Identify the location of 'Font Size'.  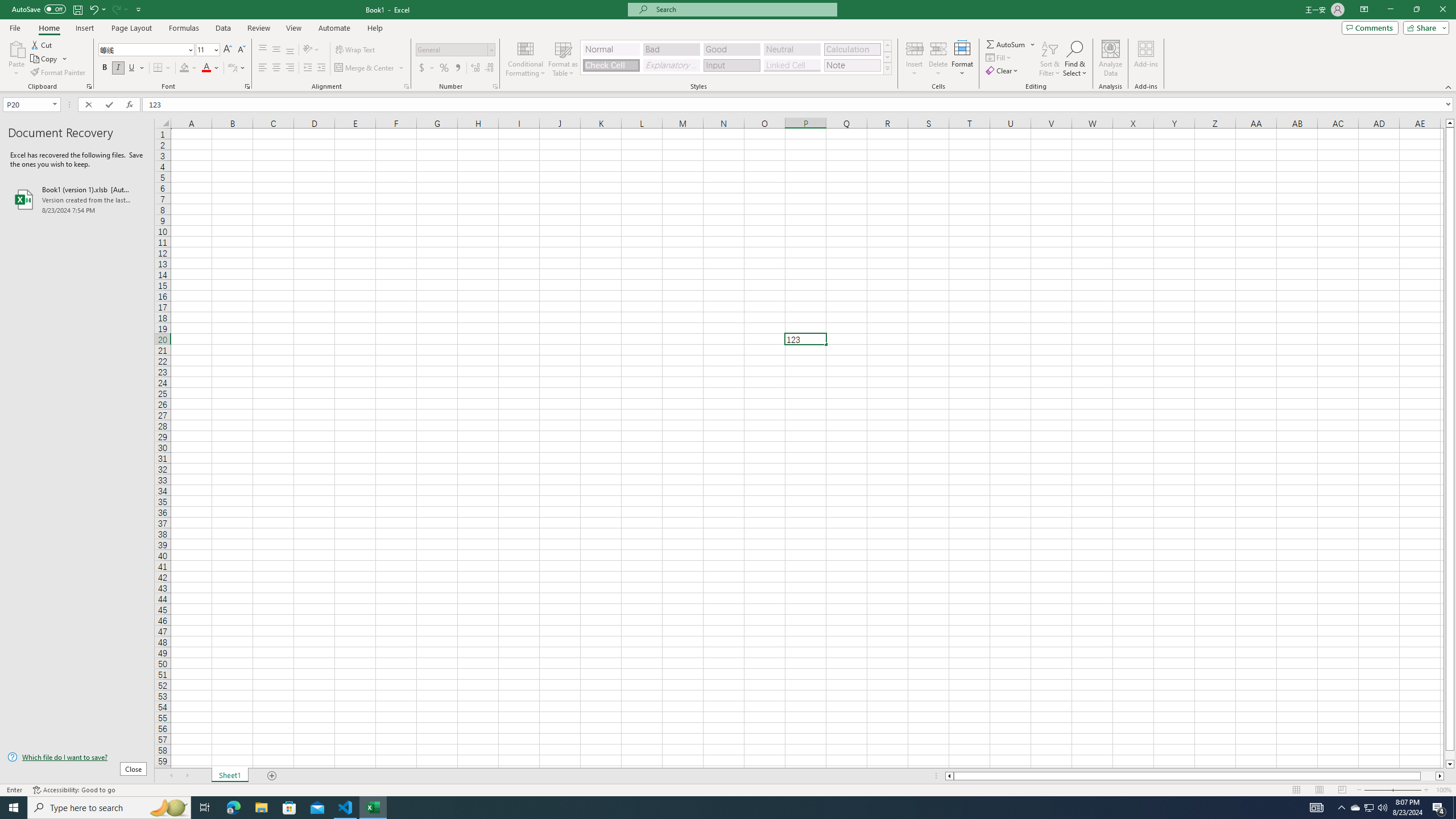
(204, 49).